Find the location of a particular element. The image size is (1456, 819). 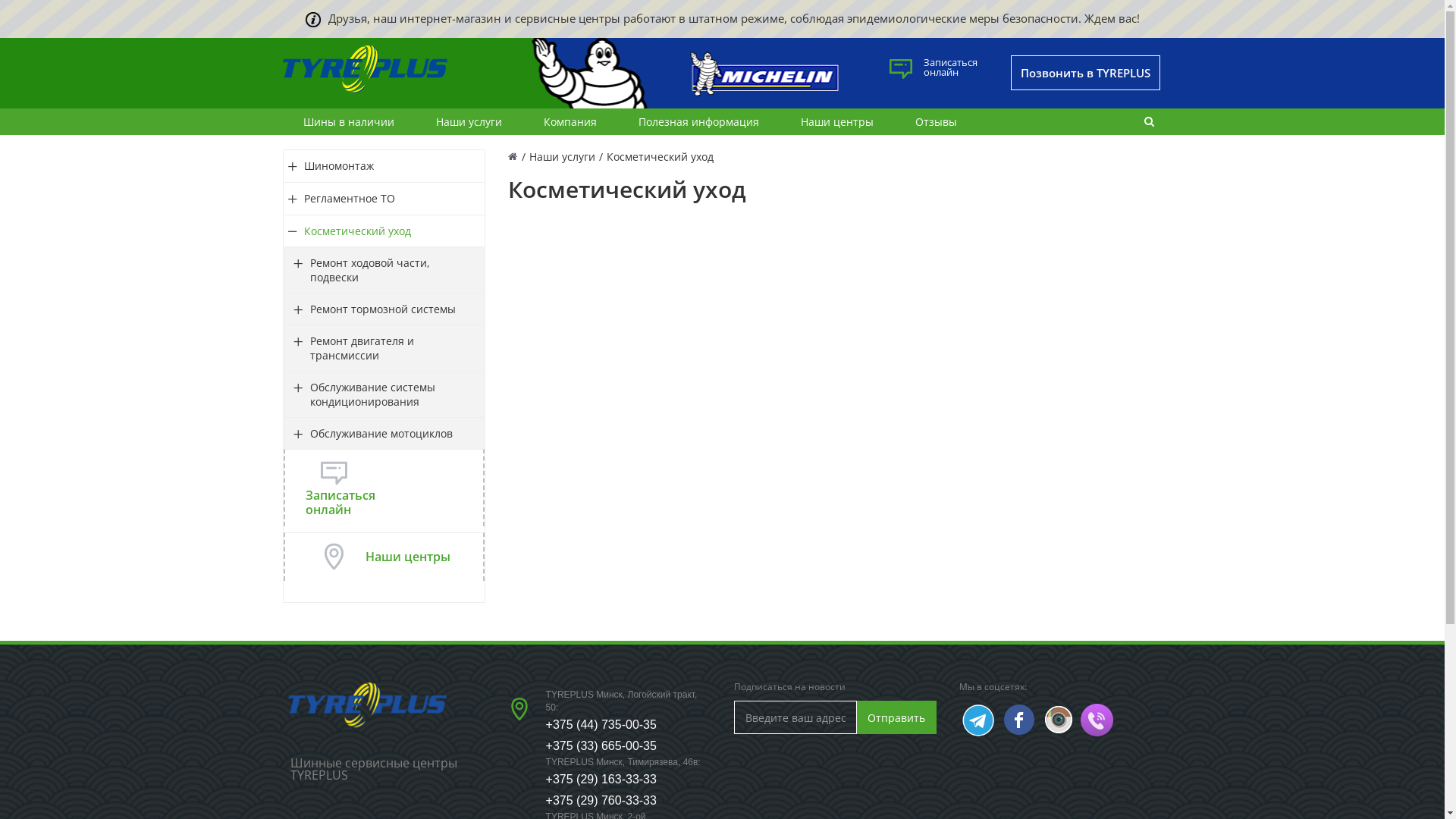

'+375 (44) 735-00-35' is located at coordinates (600, 723).